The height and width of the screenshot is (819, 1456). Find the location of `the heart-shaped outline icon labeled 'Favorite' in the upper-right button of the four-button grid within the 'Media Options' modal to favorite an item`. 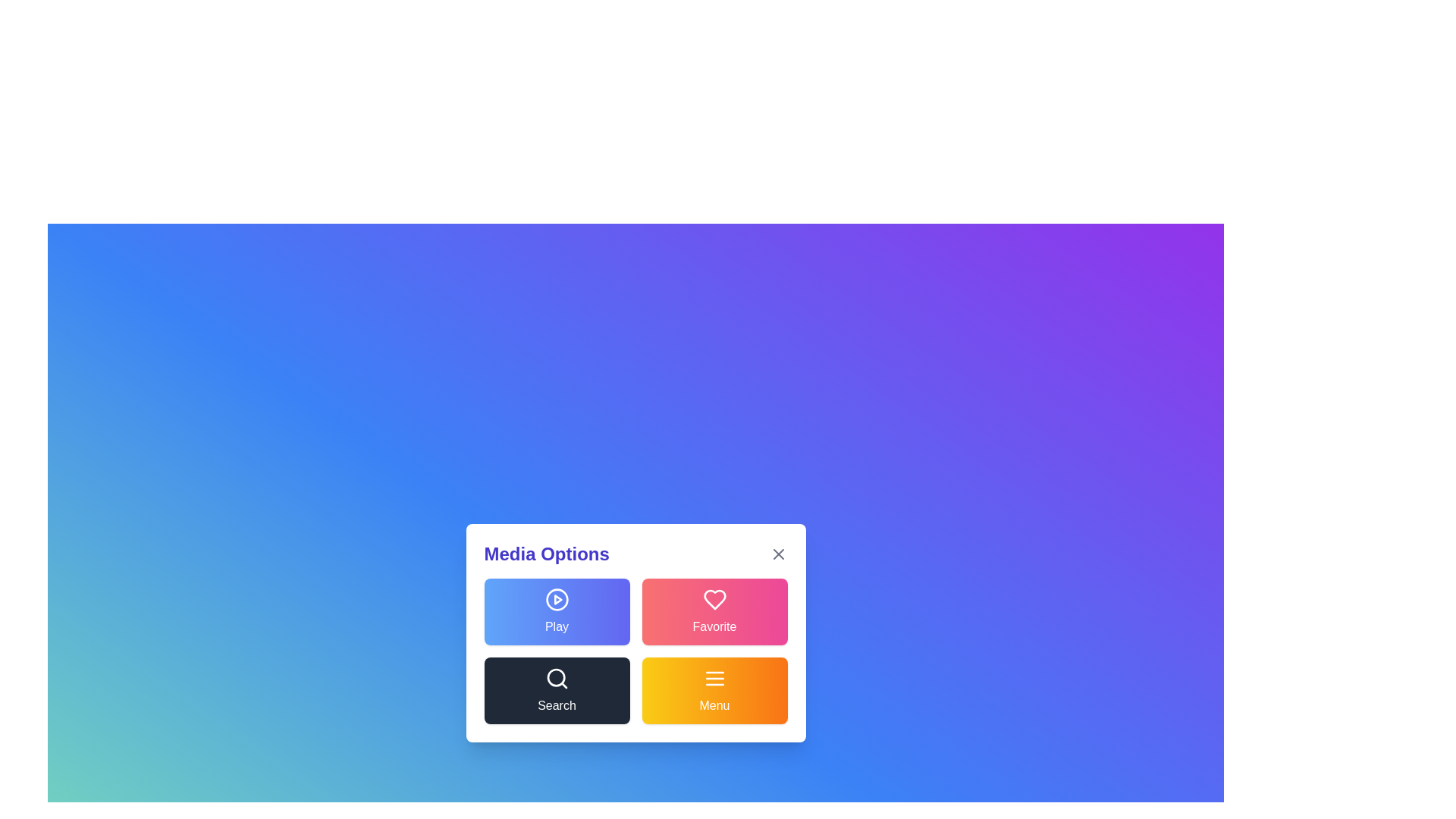

the heart-shaped outline icon labeled 'Favorite' in the upper-right button of the four-button grid within the 'Media Options' modal to favorite an item is located at coordinates (714, 598).